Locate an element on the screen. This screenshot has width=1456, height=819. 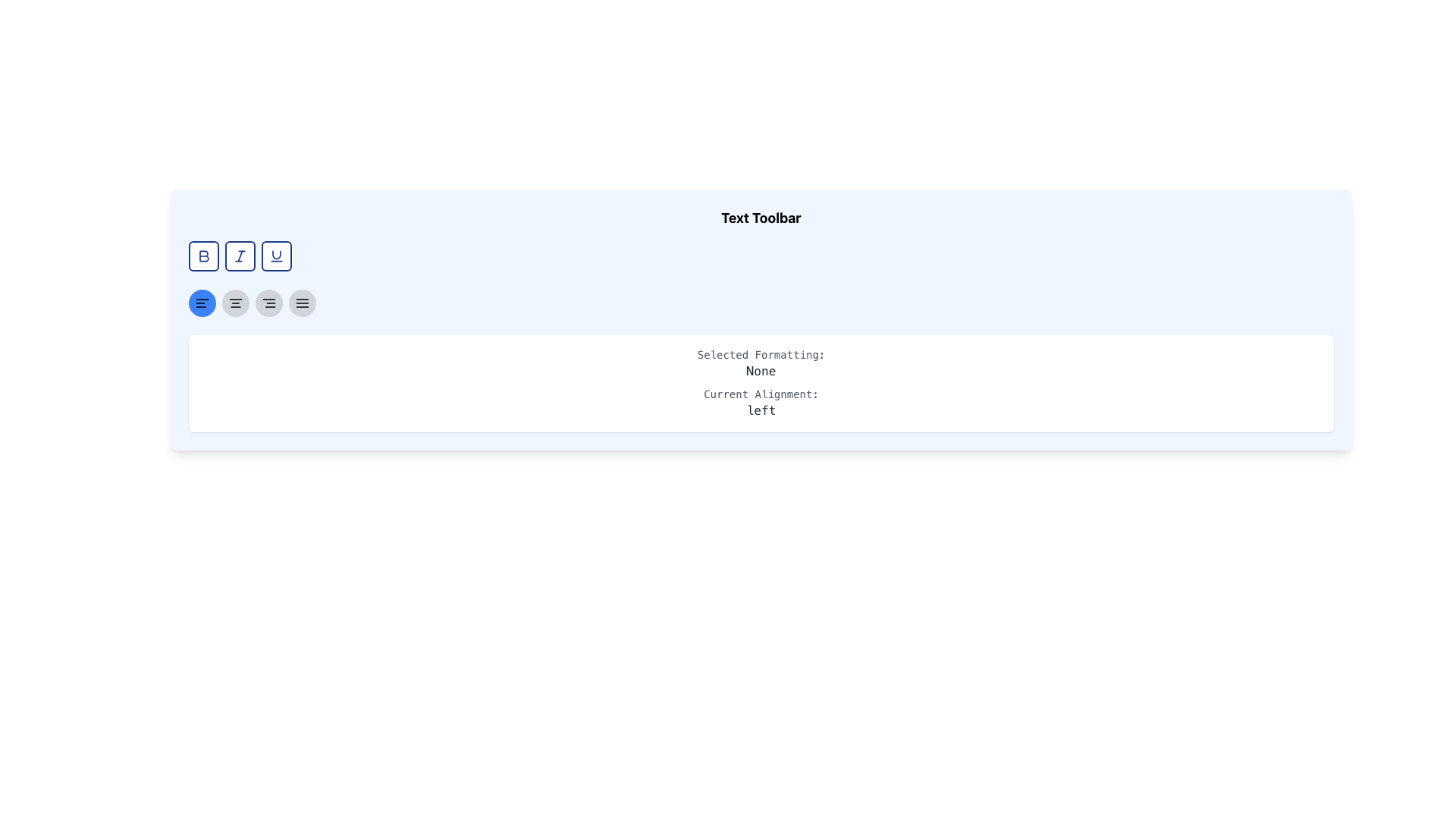
the italic formatting toggle button located in the text toolbar is located at coordinates (239, 256).